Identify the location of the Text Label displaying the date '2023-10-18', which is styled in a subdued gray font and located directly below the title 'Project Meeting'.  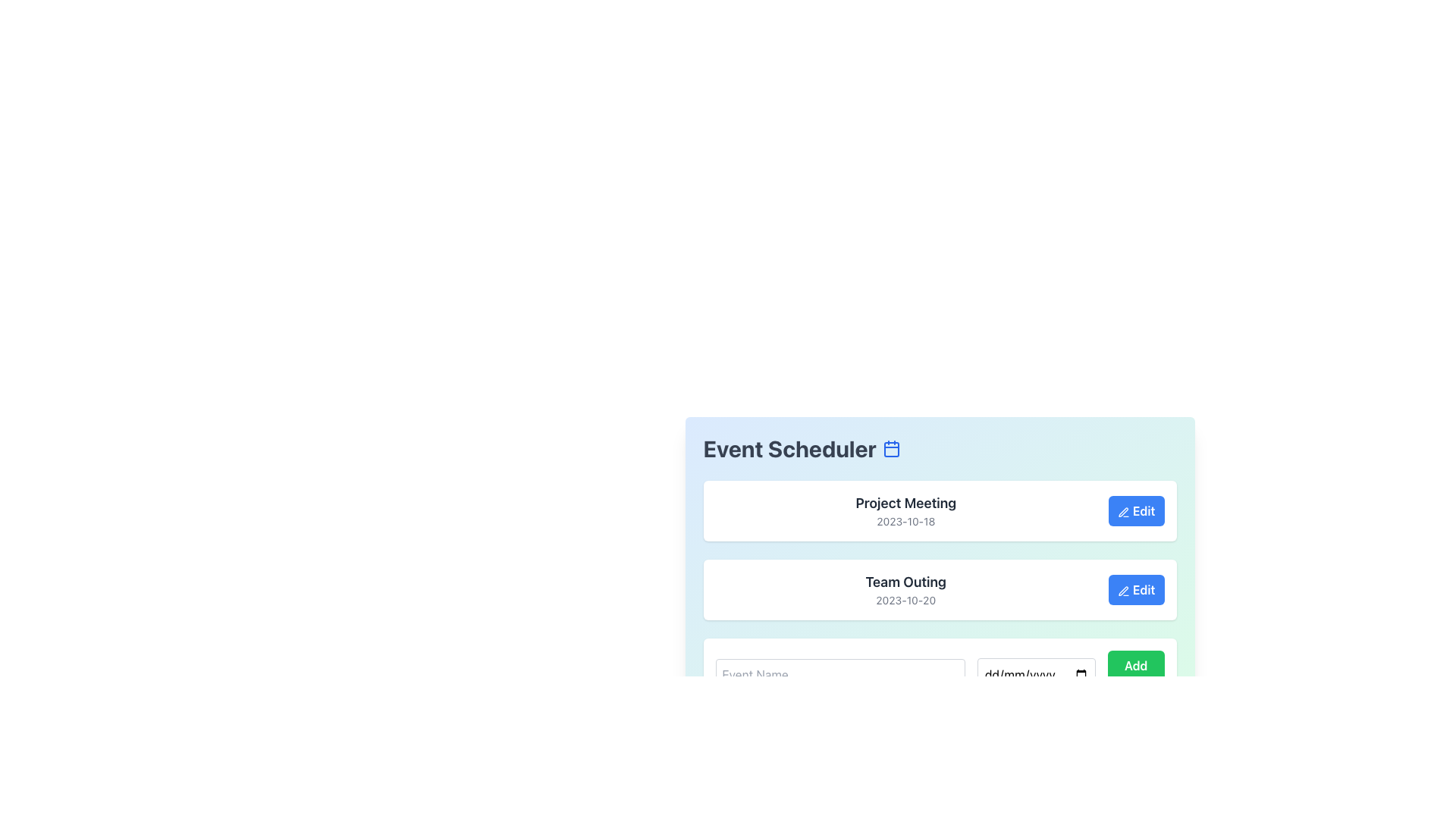
(905, 520).